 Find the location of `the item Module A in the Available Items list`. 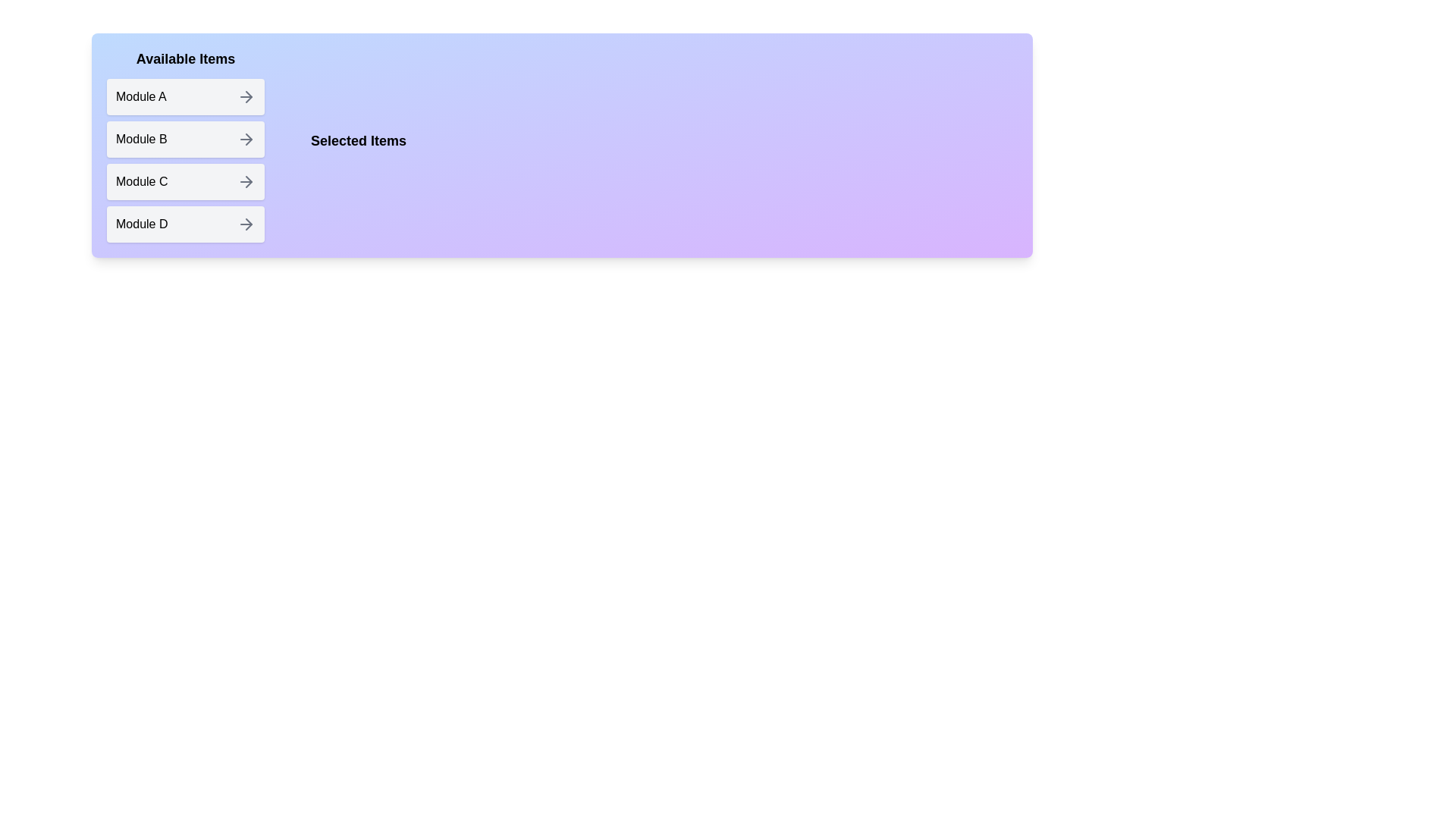

the item Module A in the Available Items list is located at coordinates (184, 96).